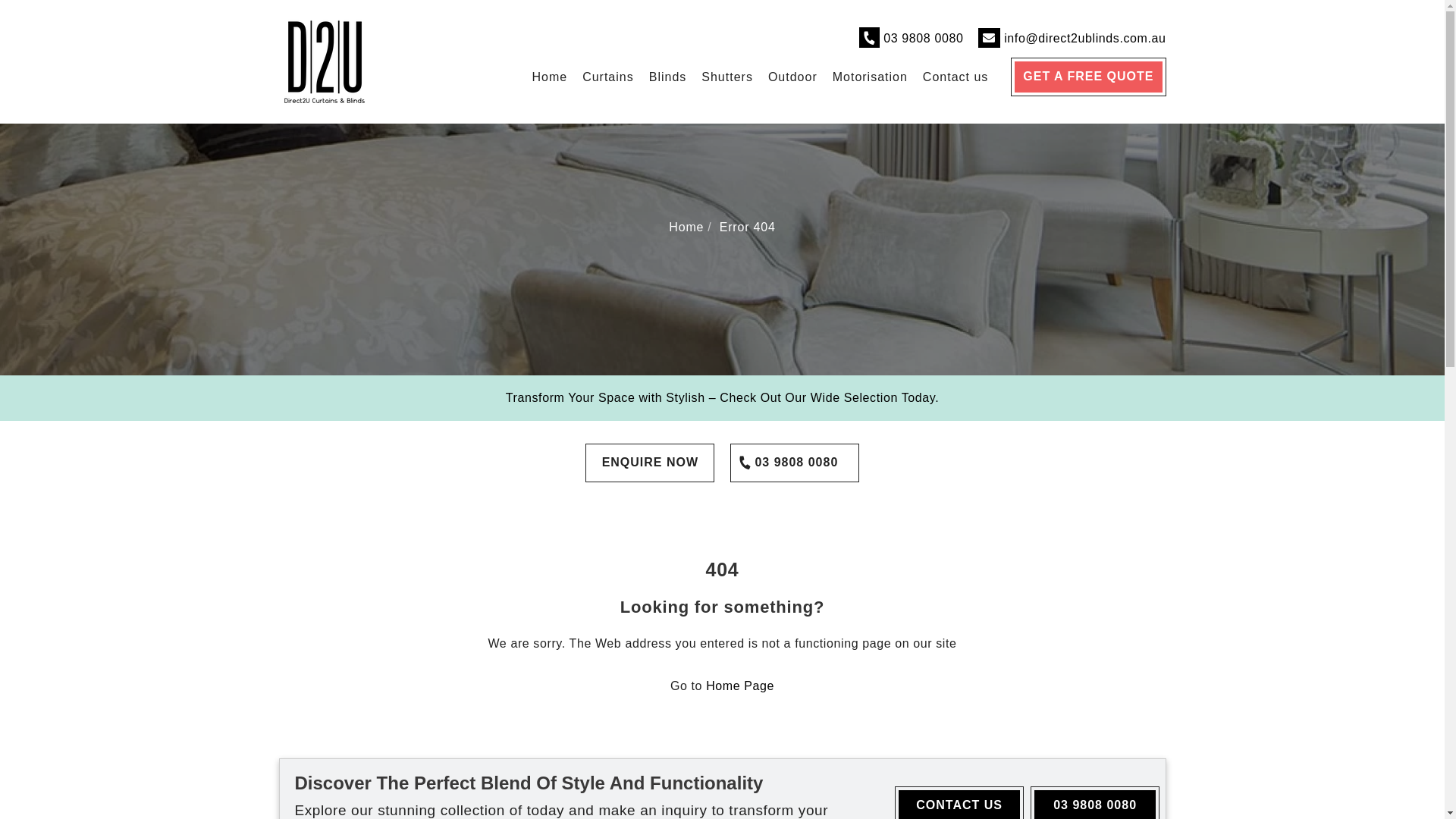  Describe the element at coordinates (793, 462) in the screenshot. I see `'03 9808 0080'` at that location.